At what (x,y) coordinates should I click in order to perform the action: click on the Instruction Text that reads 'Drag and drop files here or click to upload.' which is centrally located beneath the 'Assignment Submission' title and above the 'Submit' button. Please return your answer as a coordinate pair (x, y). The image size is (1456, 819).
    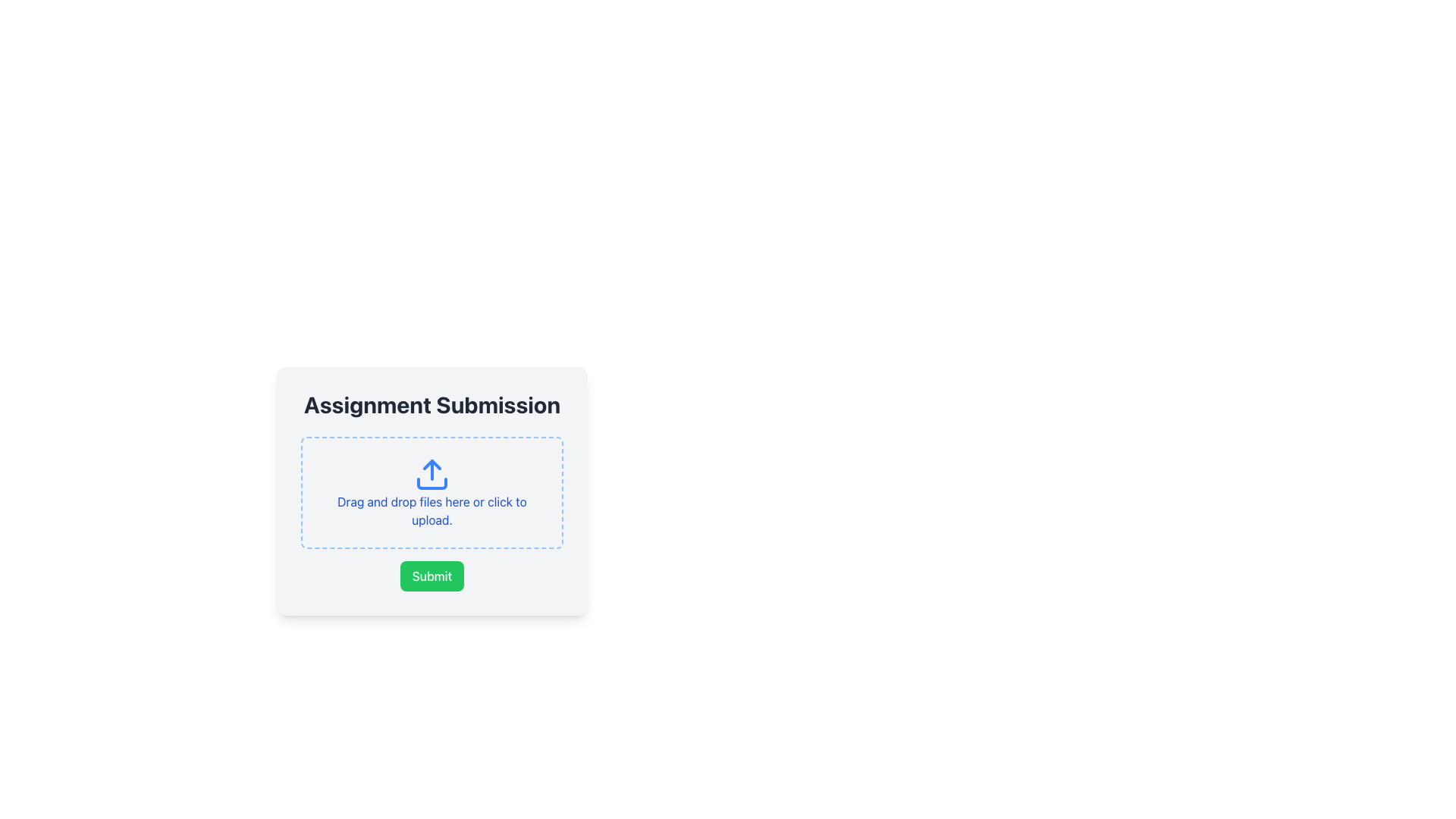
    Looking at the image, I should click on (431, 511).